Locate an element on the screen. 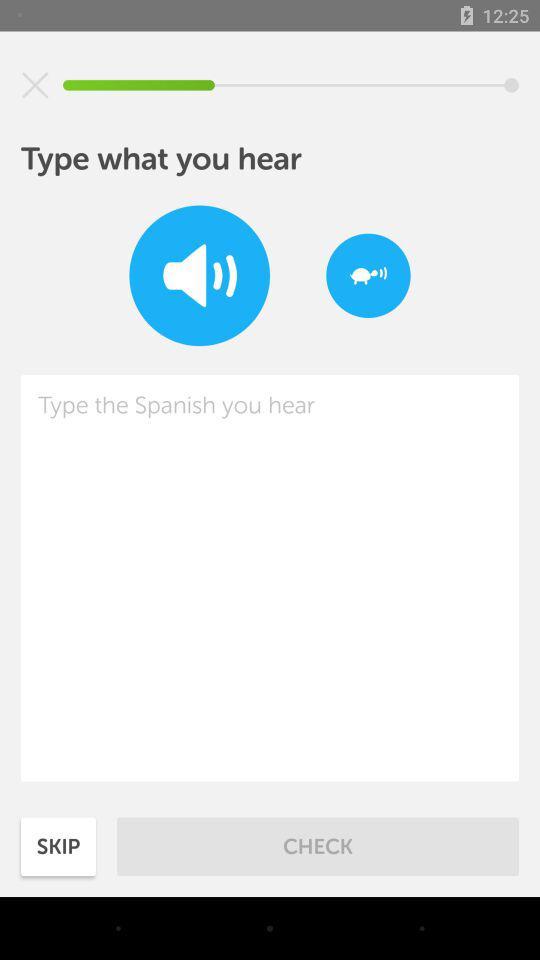  stop playing is located at coordinates (35, 85).